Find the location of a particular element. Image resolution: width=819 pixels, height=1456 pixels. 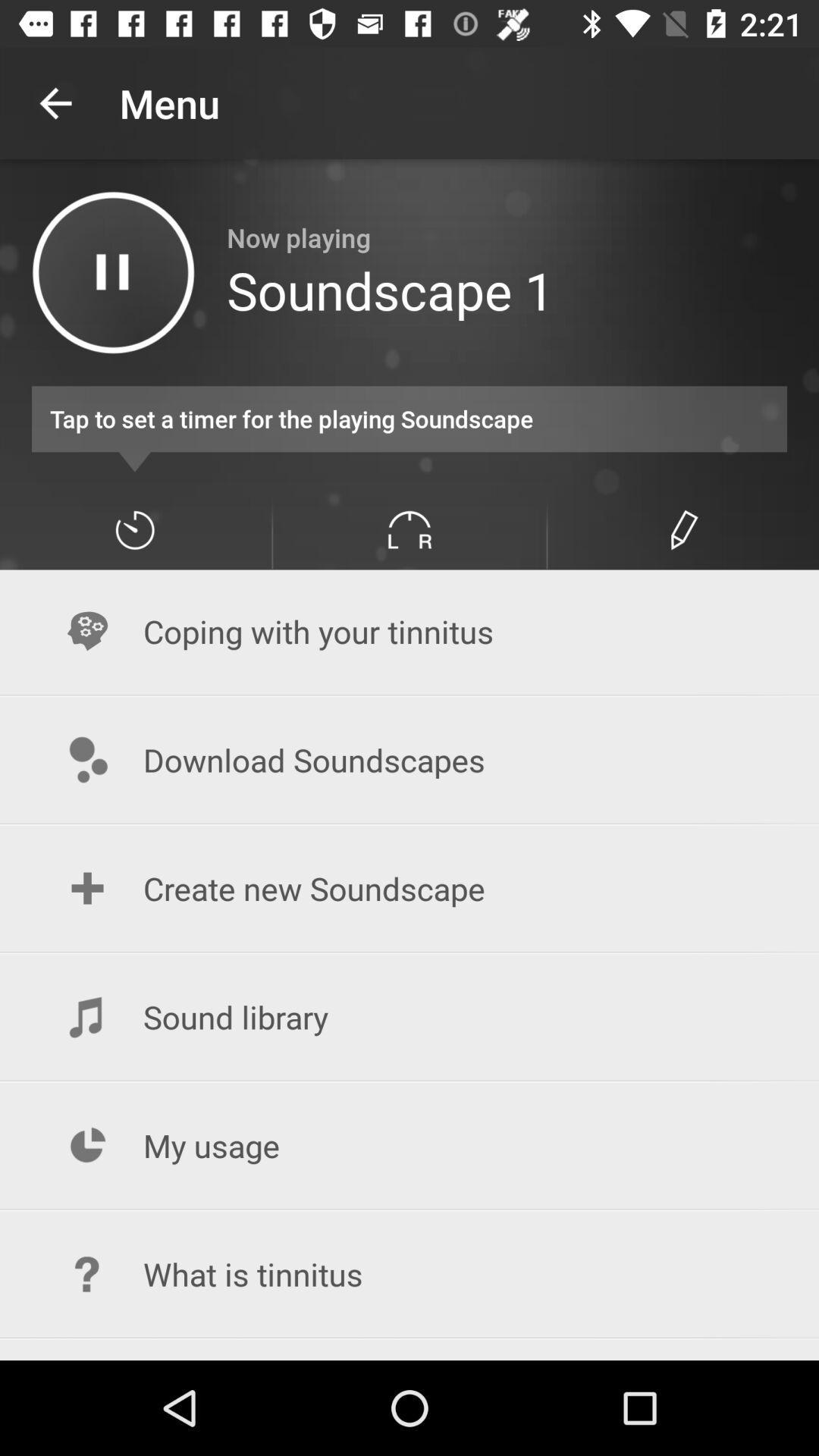

the pause icon is located at coordinates (112, 272).